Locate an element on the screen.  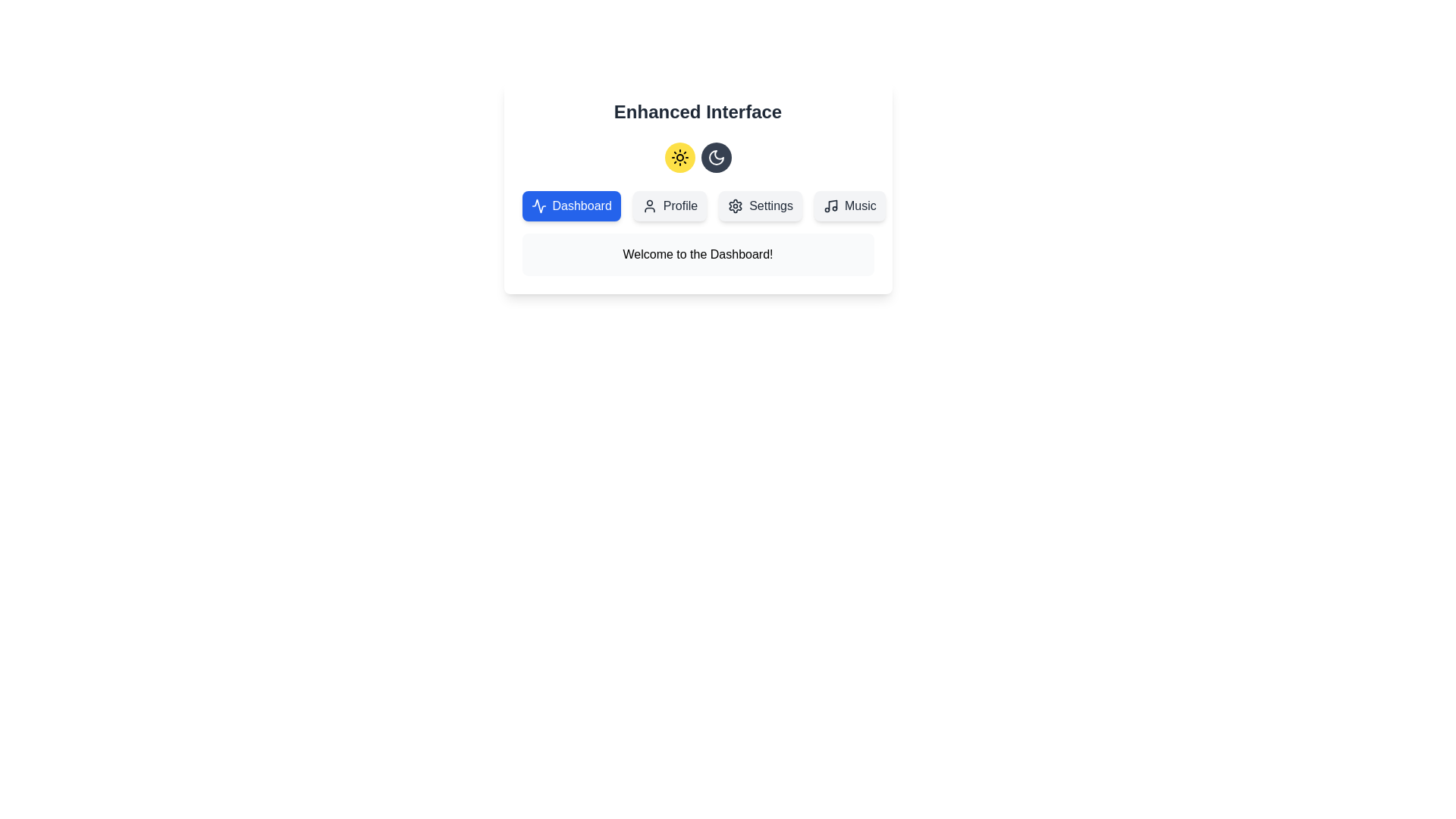
the profile button, which is the second button in the horizontal navigation row is located at coordinates (669, 206).